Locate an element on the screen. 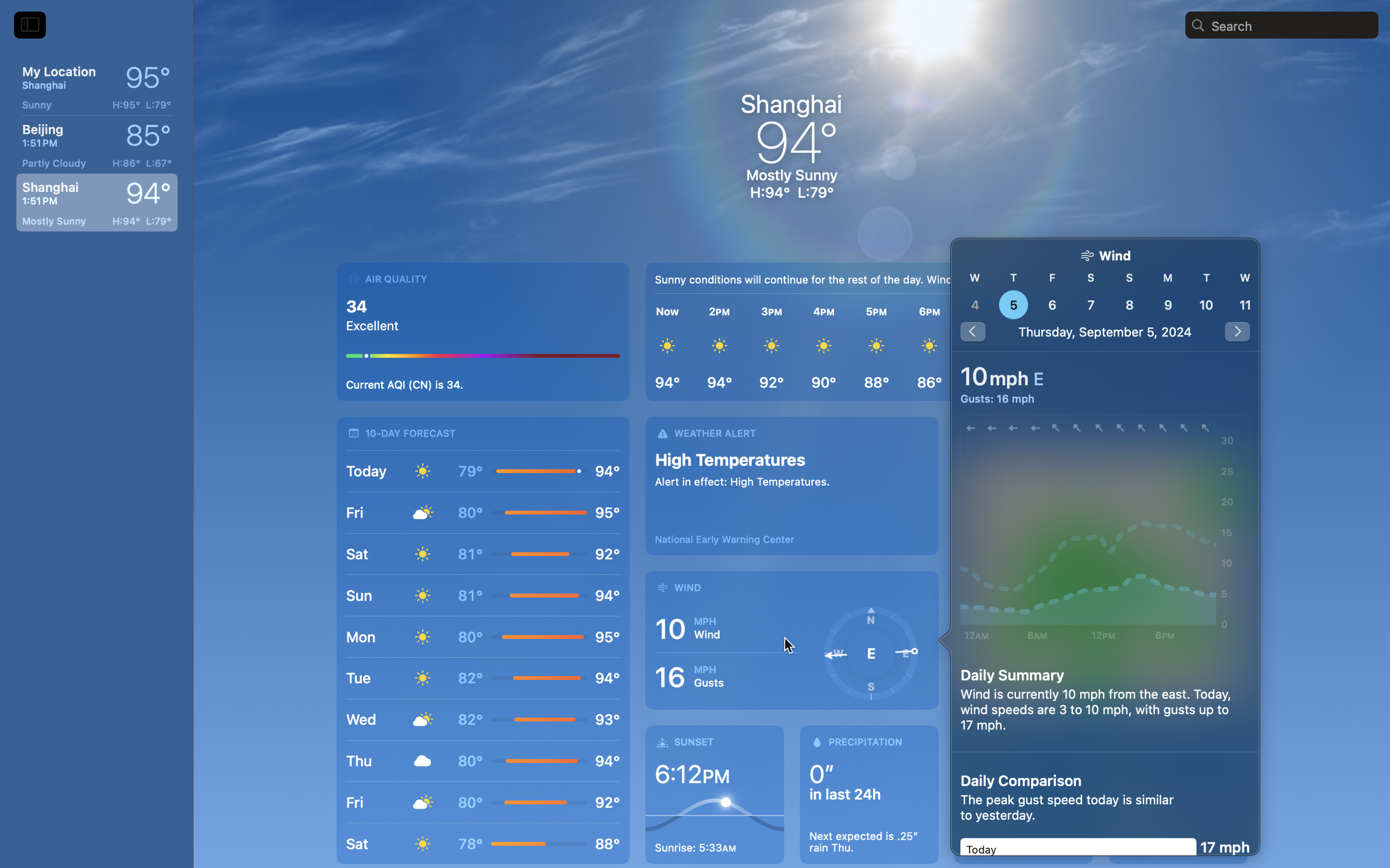  'nan' is located at coordinates (1105, 294).